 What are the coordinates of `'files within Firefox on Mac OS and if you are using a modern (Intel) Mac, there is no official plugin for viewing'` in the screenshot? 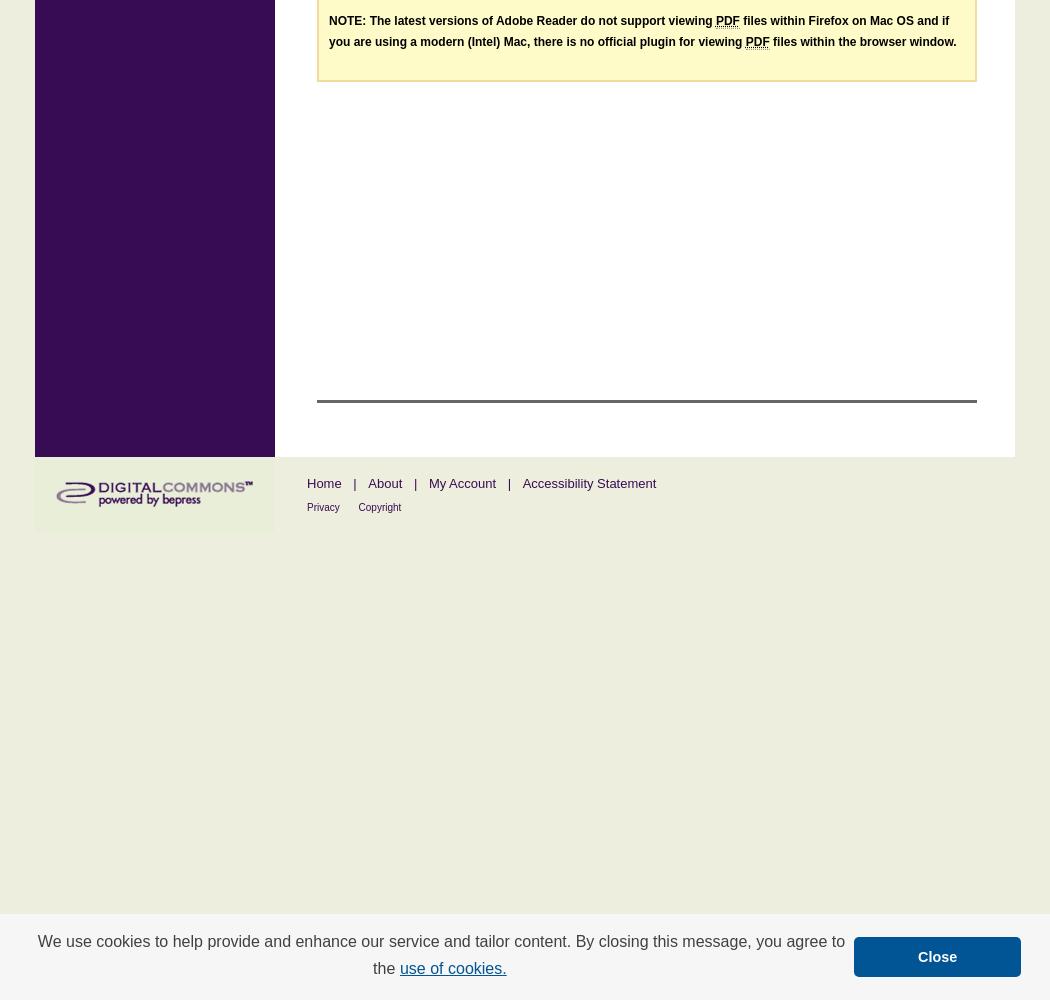 It's located at (328, 31).